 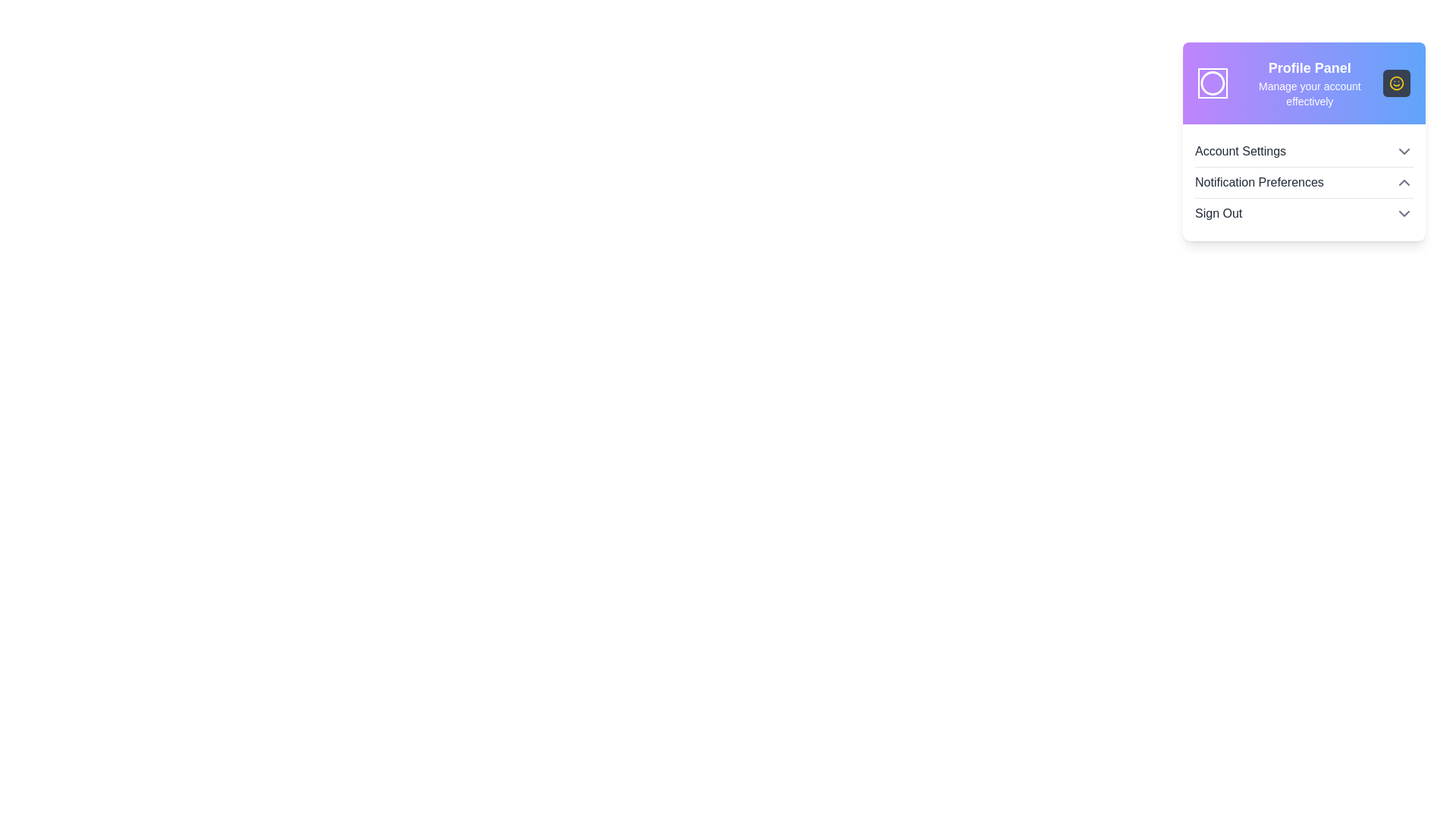 What do you see at coordinates (1219, 213) in the screenshot?
I see `the 'Sign Out' label located at the bottom of the dropdown menu in the profile panel to initiate sign-out` at bounding box center [1219, 213].